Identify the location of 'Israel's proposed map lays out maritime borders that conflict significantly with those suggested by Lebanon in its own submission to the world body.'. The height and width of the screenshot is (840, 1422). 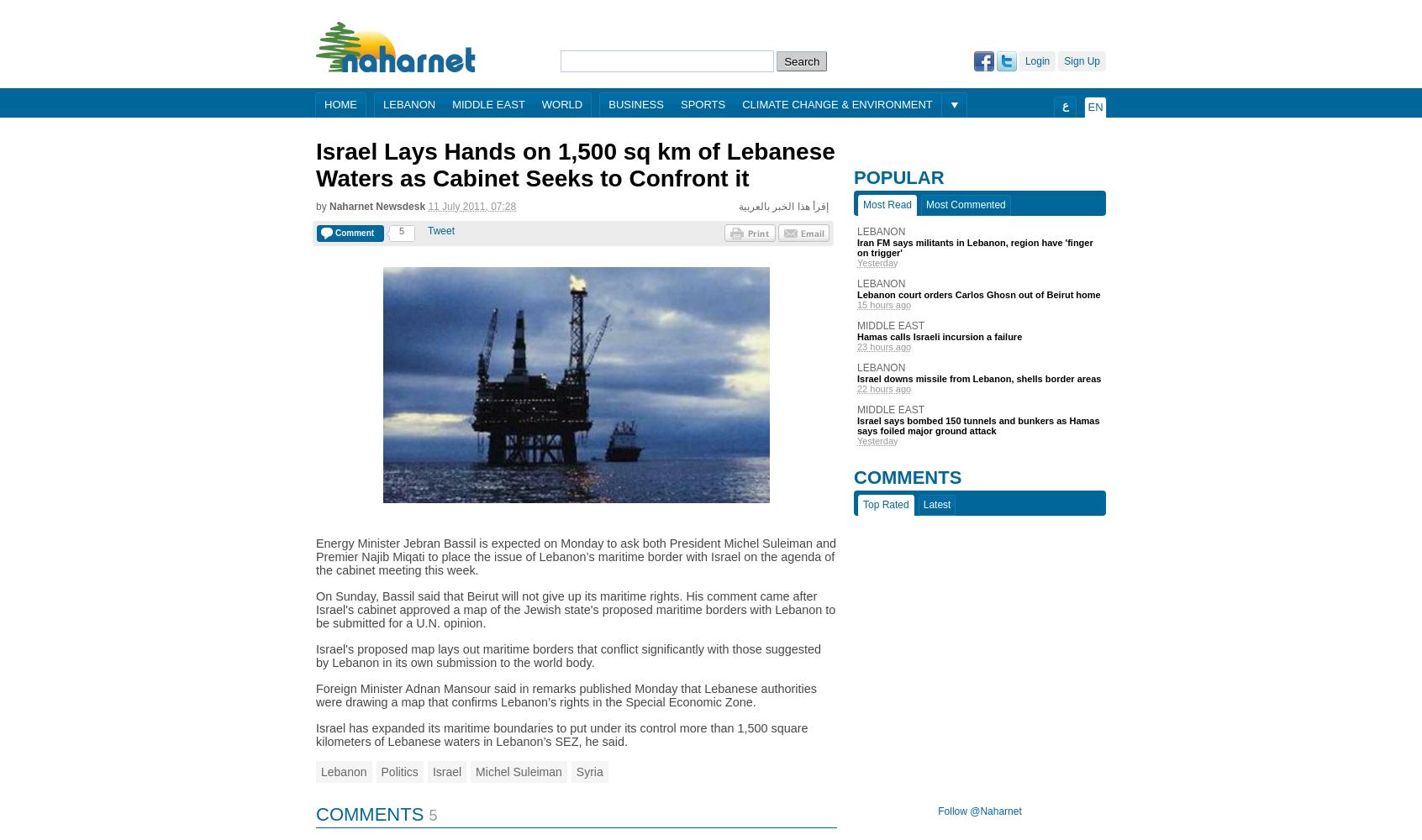
(568, 655).